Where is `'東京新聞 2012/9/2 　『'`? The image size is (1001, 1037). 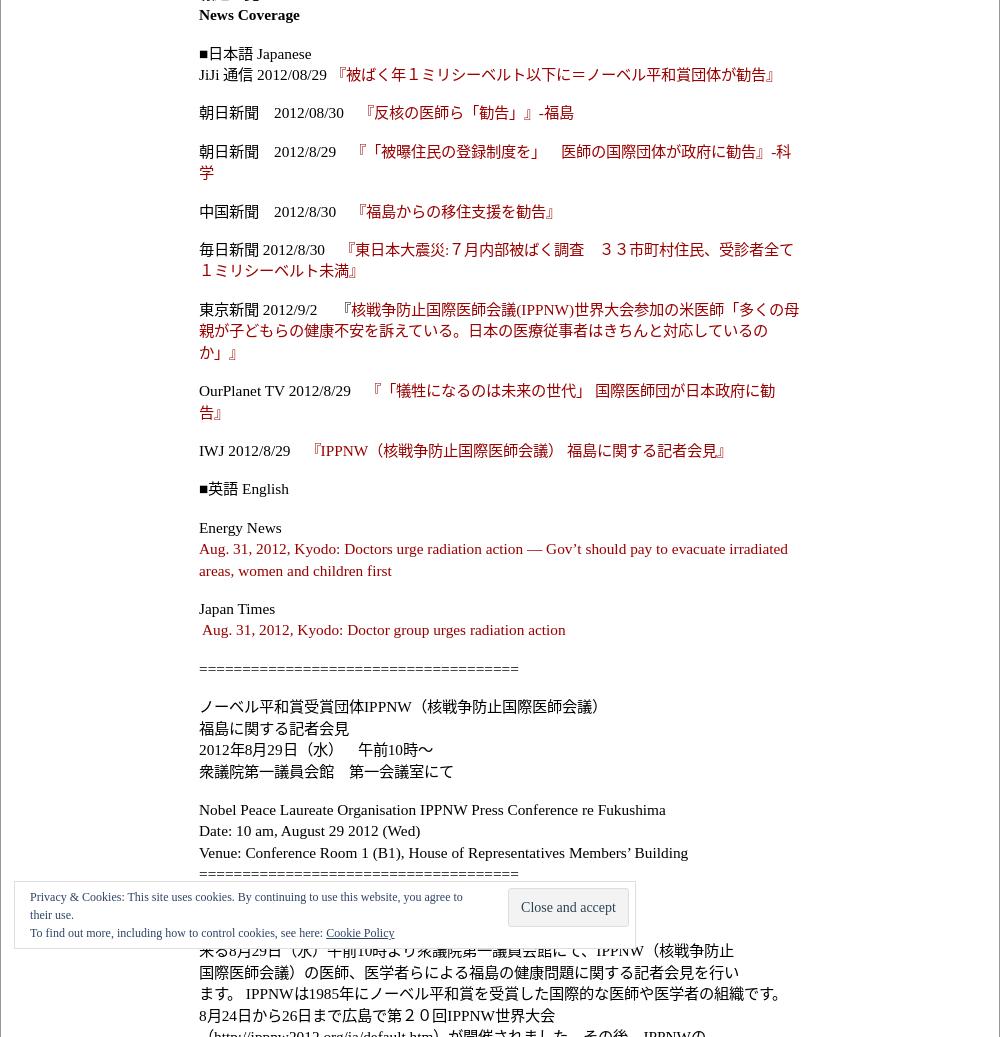 '東京新聞 2012/9/2 　『' is located at coordinates (273, 307).